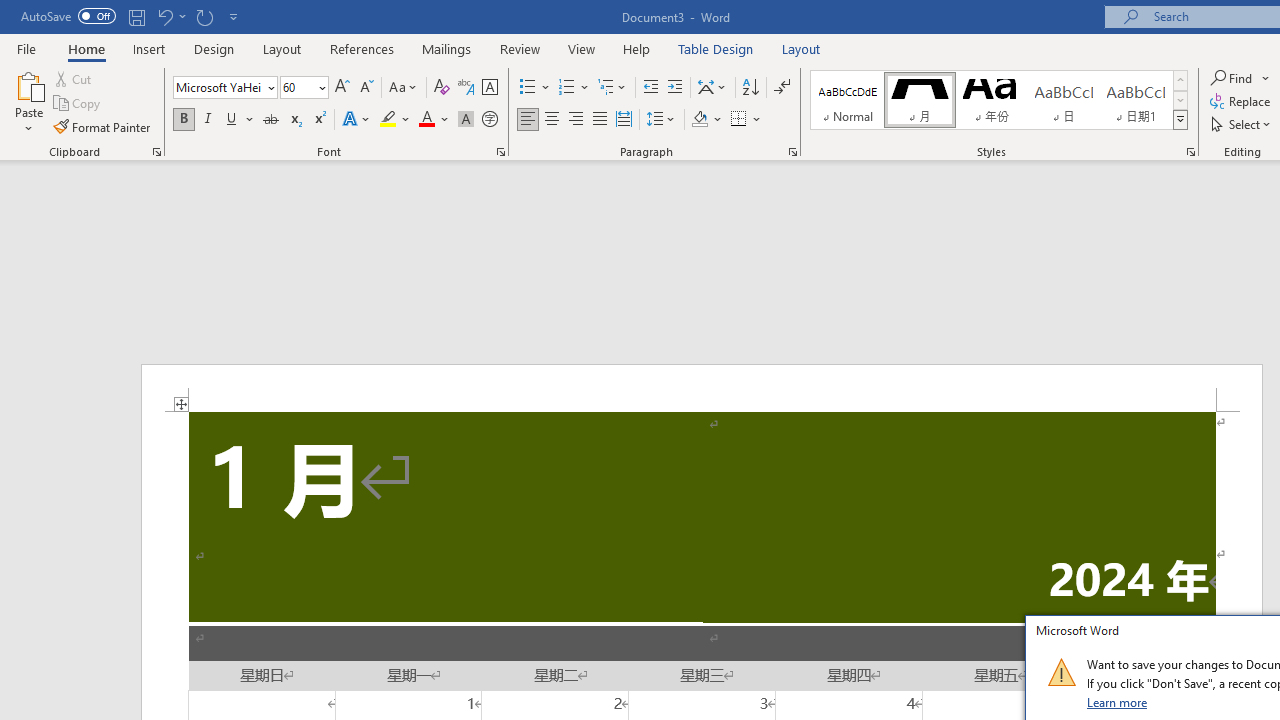  Describe the element at coordinates (464, 86) in the screenshot. I see `'Phonetic Guide...'` at that location.